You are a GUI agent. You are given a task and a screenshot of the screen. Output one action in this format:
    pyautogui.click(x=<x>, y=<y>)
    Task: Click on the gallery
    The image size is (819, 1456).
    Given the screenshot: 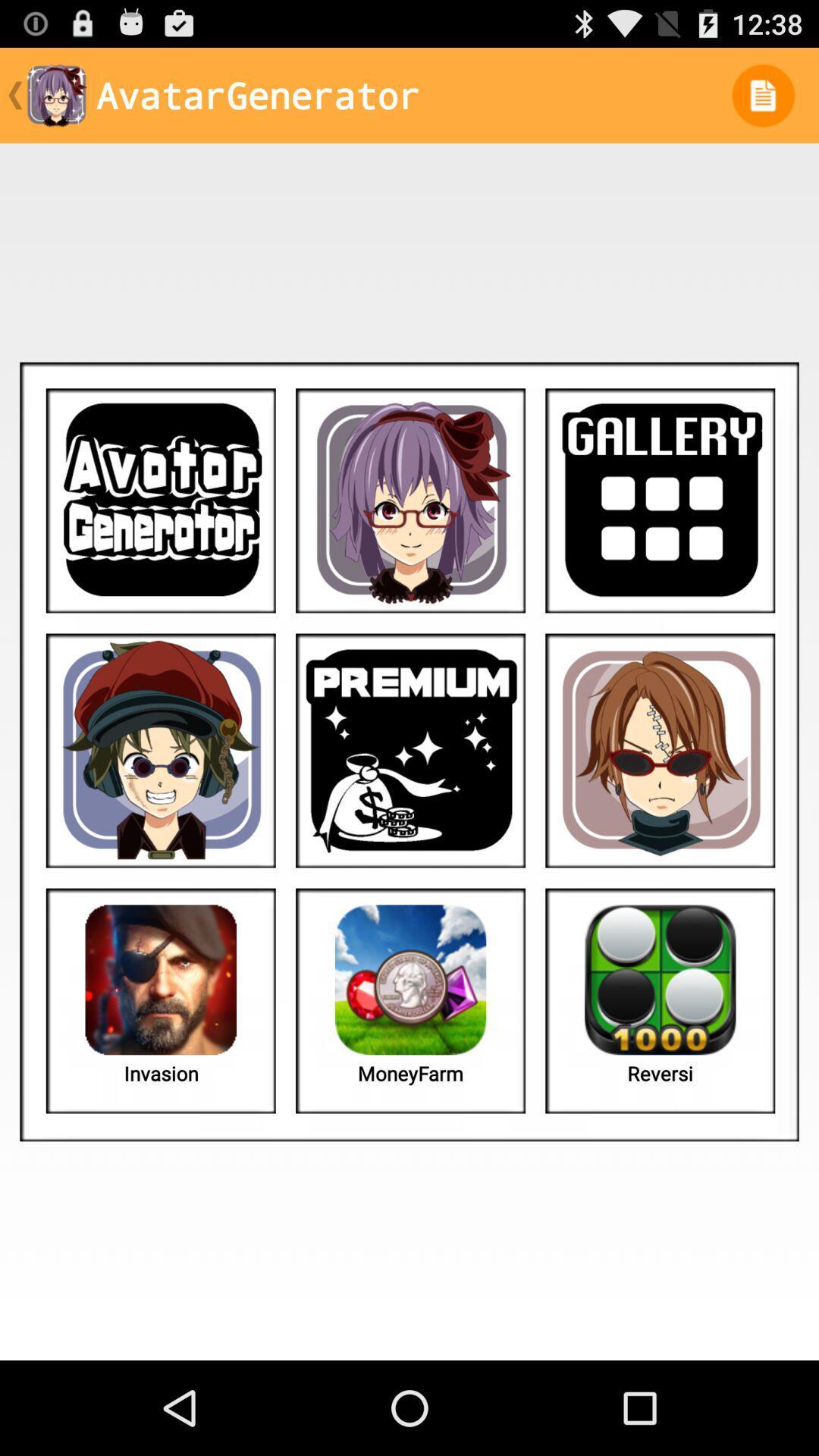 What is the action you would take?
    pyautogui.click(x=659, y=500)
    